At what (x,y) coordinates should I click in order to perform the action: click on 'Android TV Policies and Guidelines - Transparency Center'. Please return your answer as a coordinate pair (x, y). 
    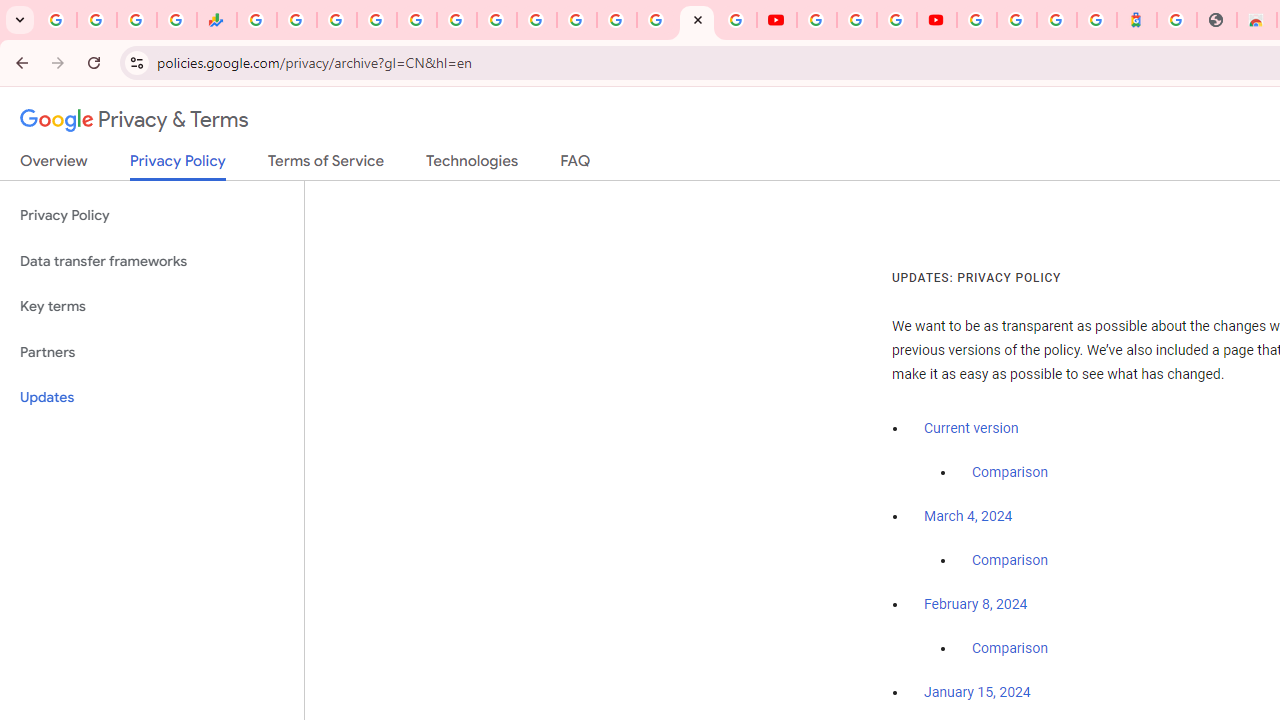
    Looking at the image, I should click on (497, 20).